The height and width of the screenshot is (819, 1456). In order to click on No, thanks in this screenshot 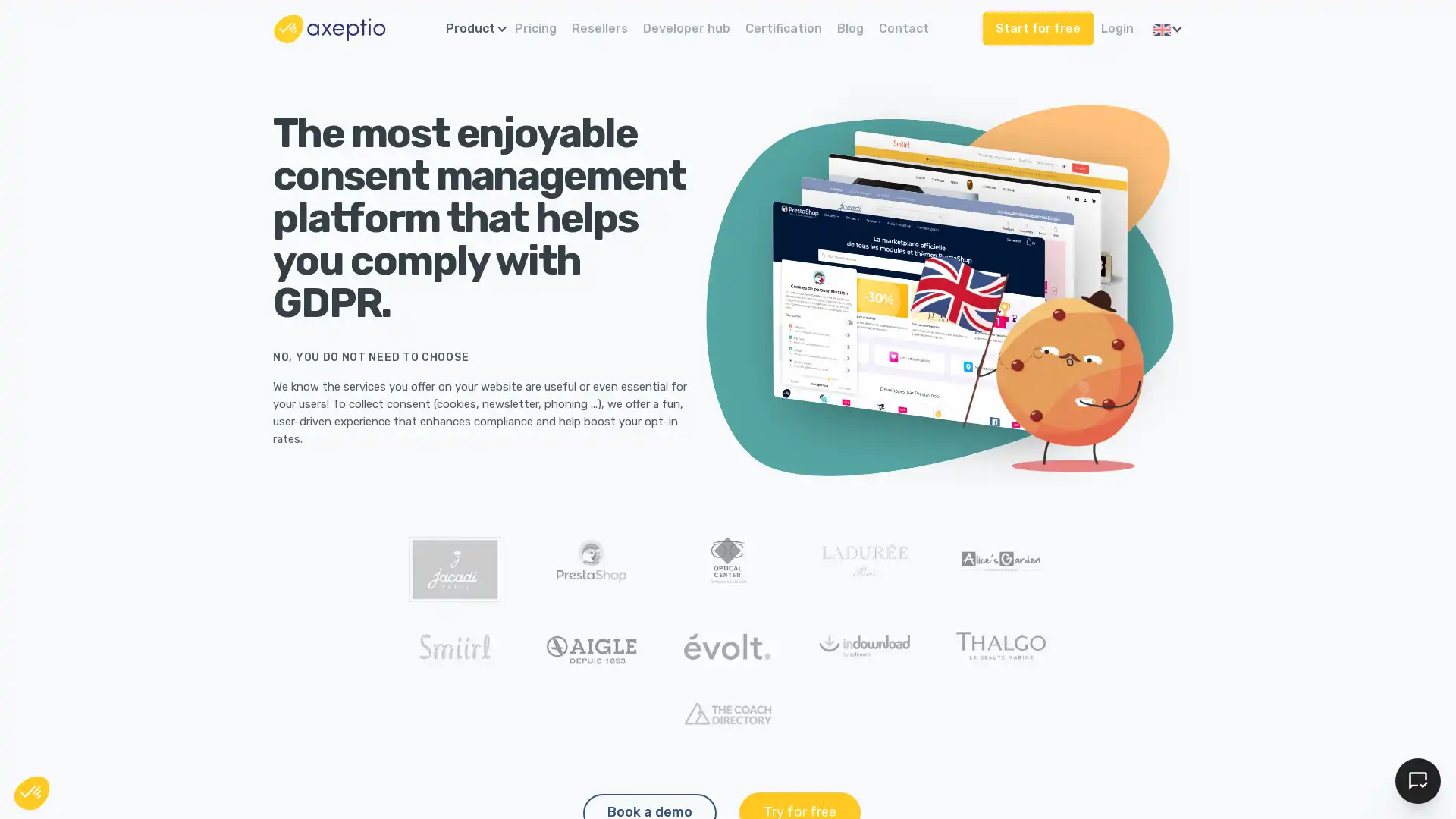, I will do `click(67, 735)`.